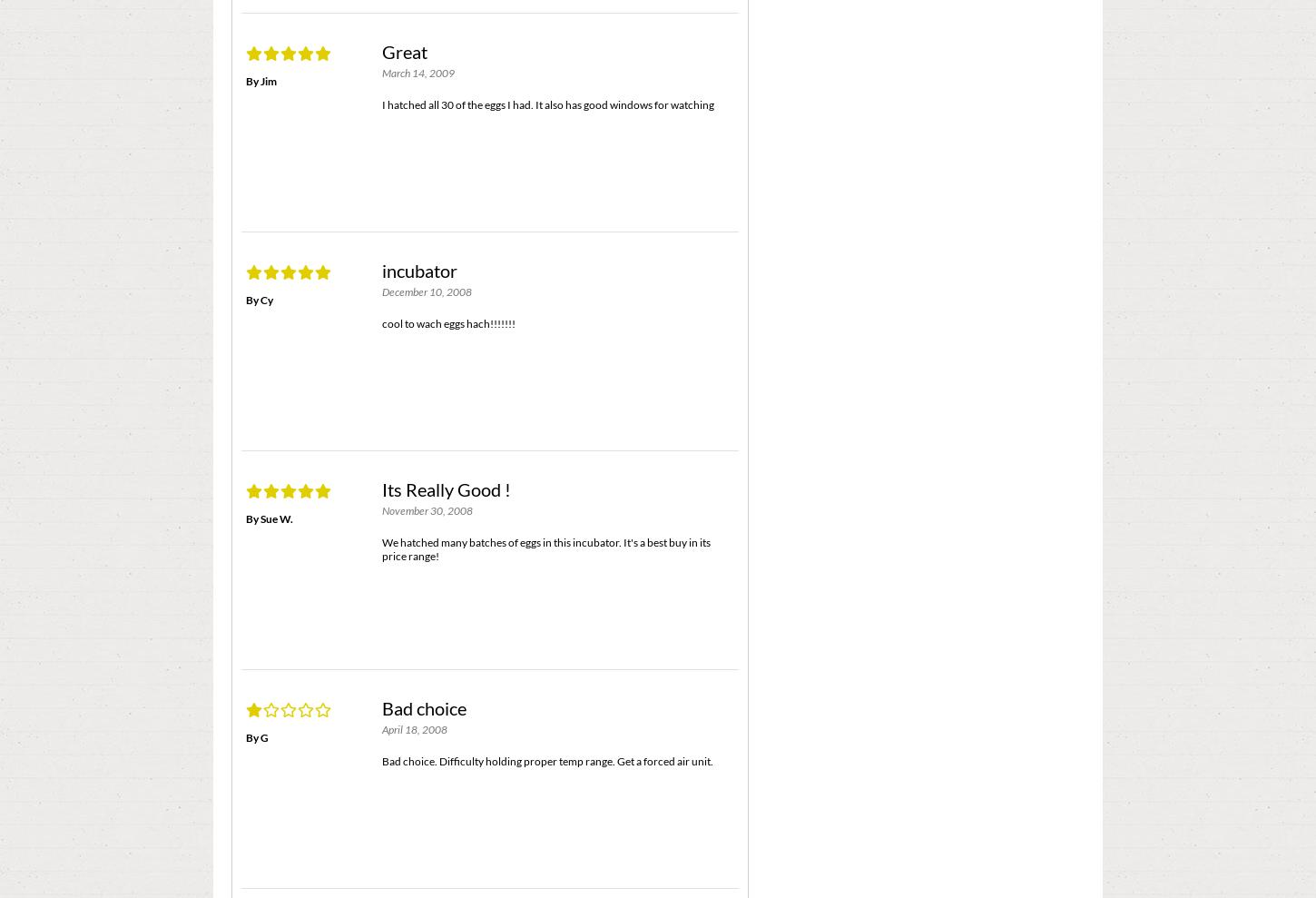 This screenshot has width=1316, height=898. What do you see at coordinates (260, 80) in the screenshot?
I see `'By Jim'` at bounding box center [260, 80].